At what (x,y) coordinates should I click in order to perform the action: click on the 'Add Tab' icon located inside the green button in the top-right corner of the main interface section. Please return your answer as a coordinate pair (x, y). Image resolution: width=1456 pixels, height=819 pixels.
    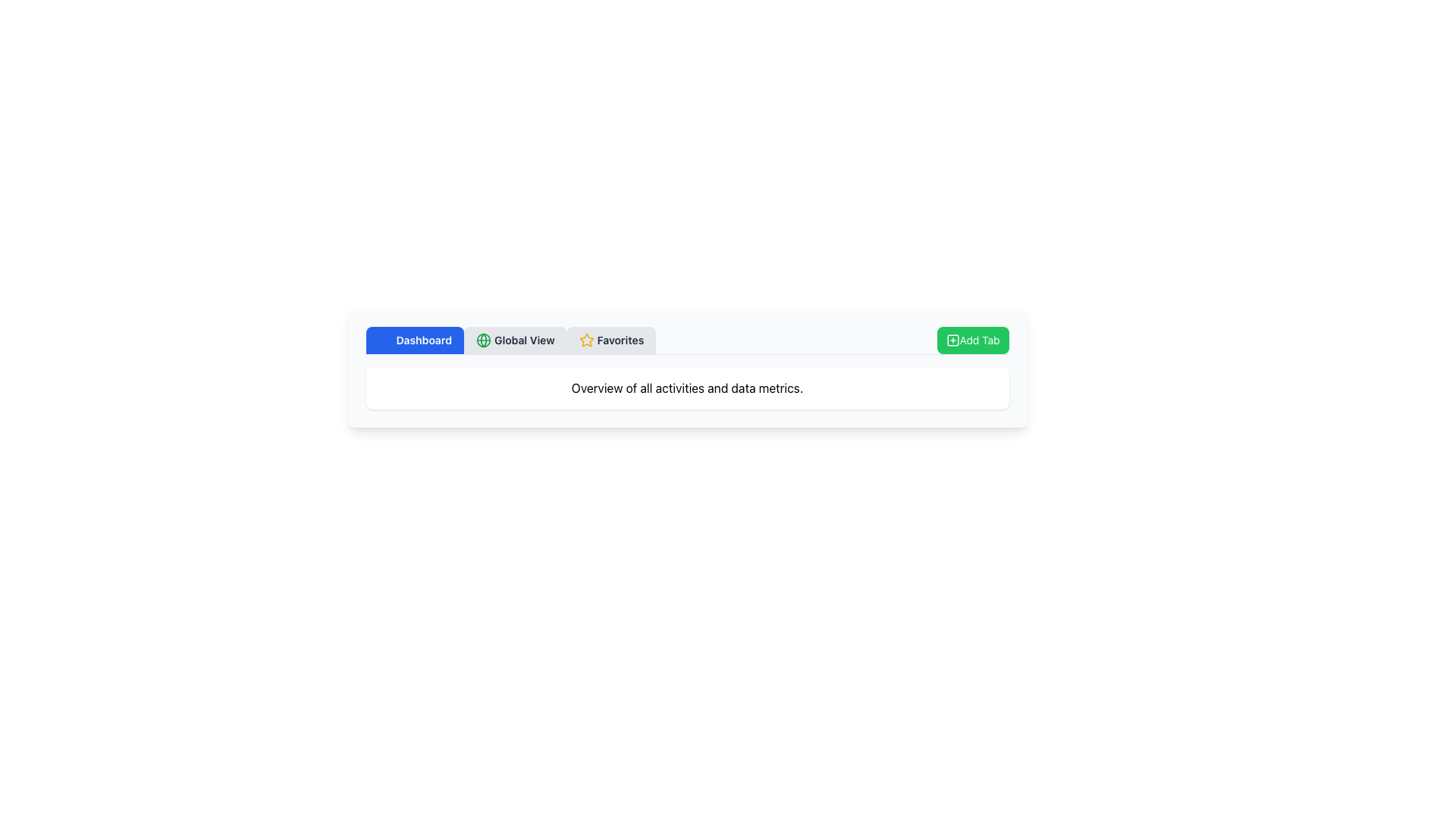
    Looking at the image, I should click on (952, 339).